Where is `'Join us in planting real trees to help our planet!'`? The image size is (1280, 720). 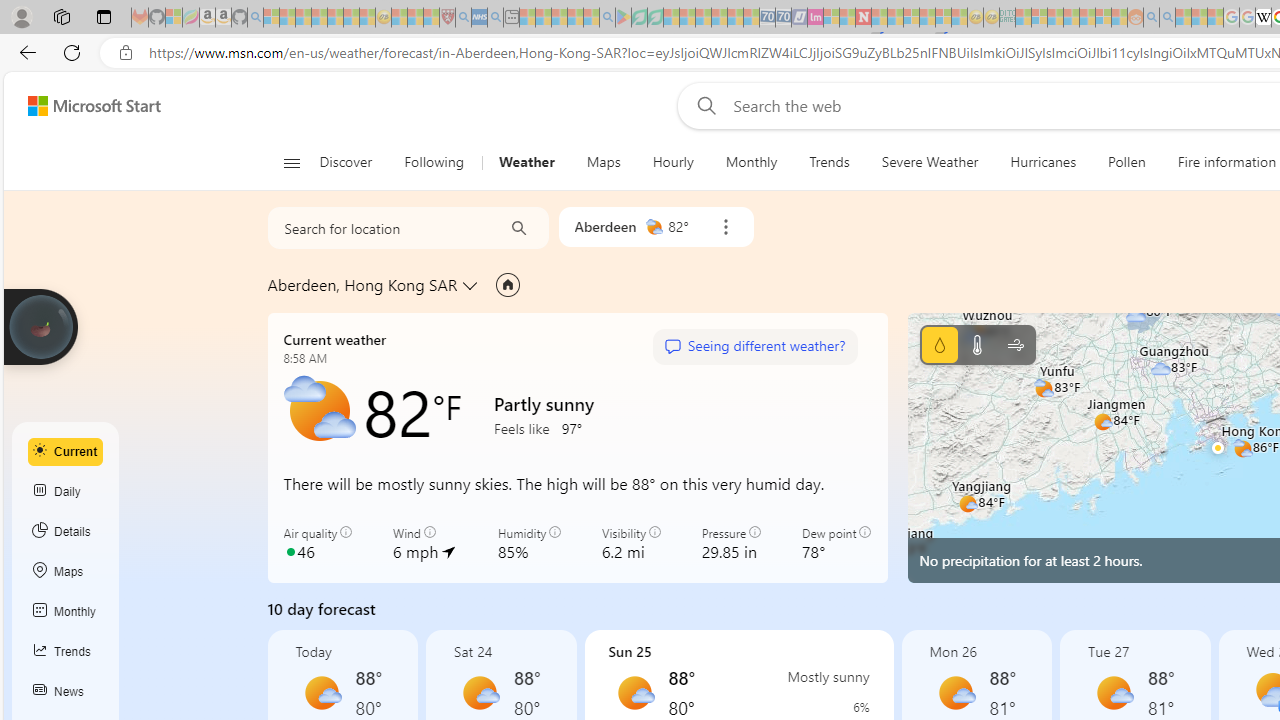
'Join us in planting real trees to help our planet!' is located at coordinates (40, 326).